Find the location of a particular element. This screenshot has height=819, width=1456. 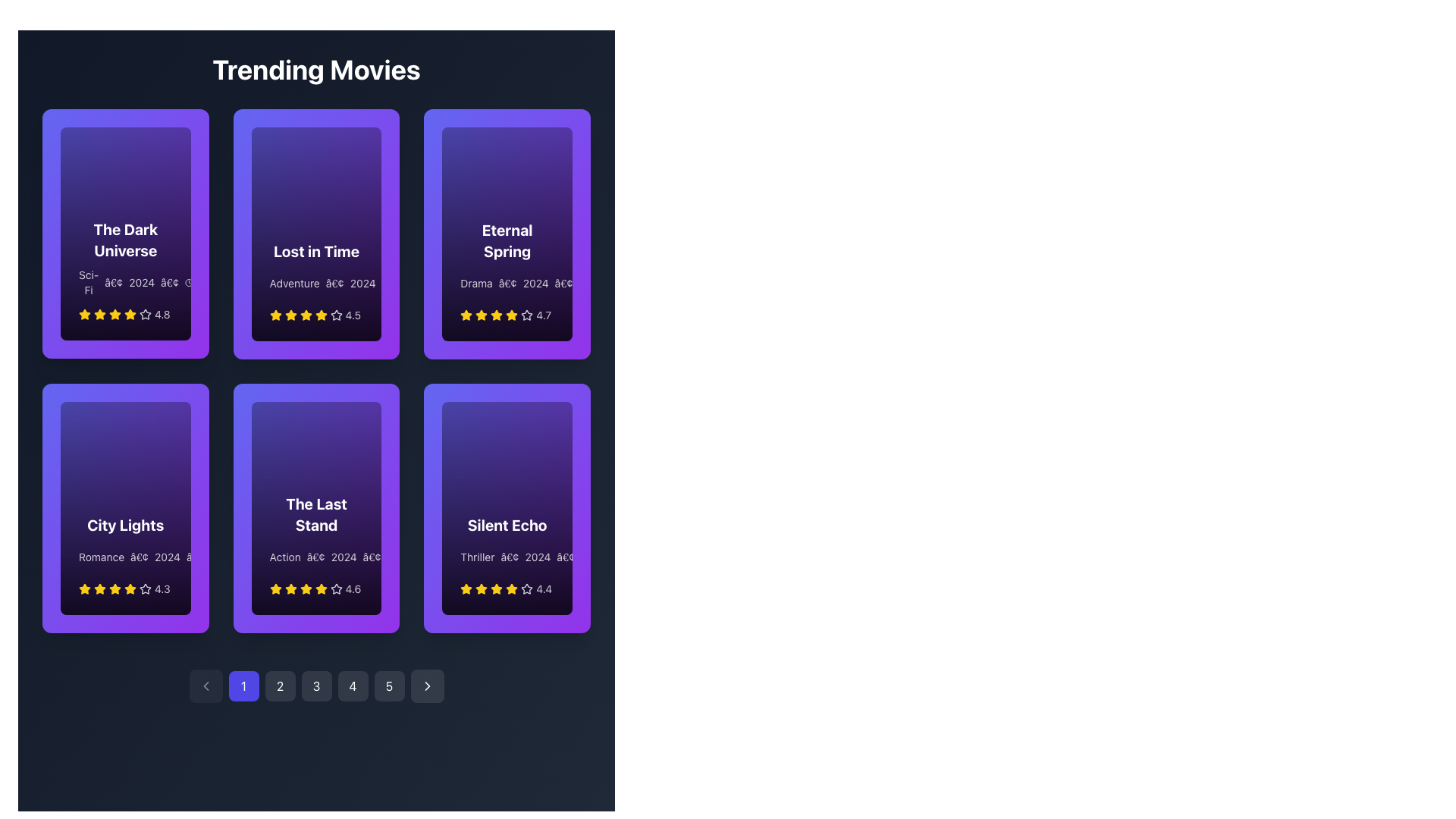

the yellow star icon is located at coordinates (466, 314).